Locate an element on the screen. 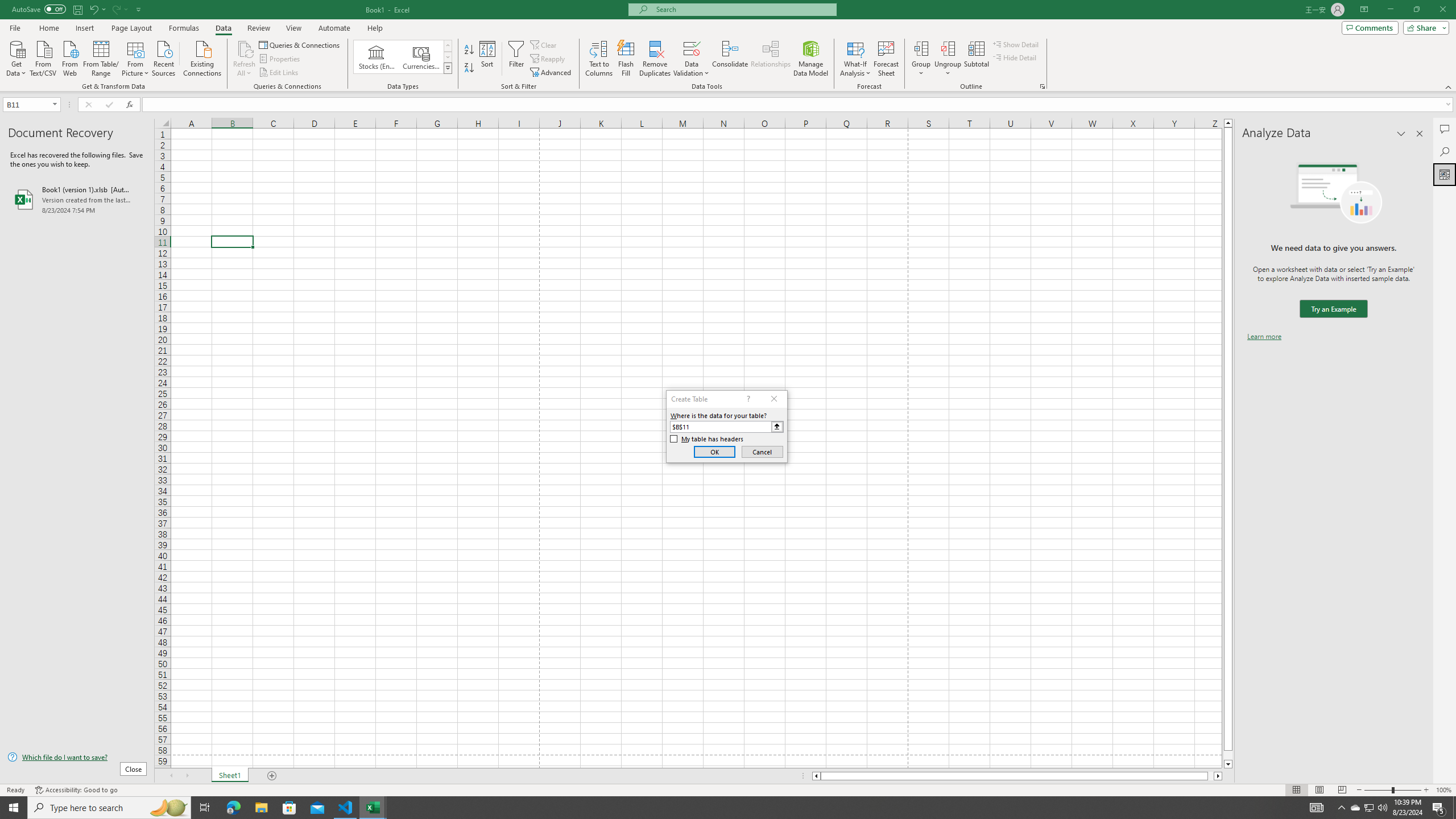  'Data Validation...' is located at coordinates (691, 59).